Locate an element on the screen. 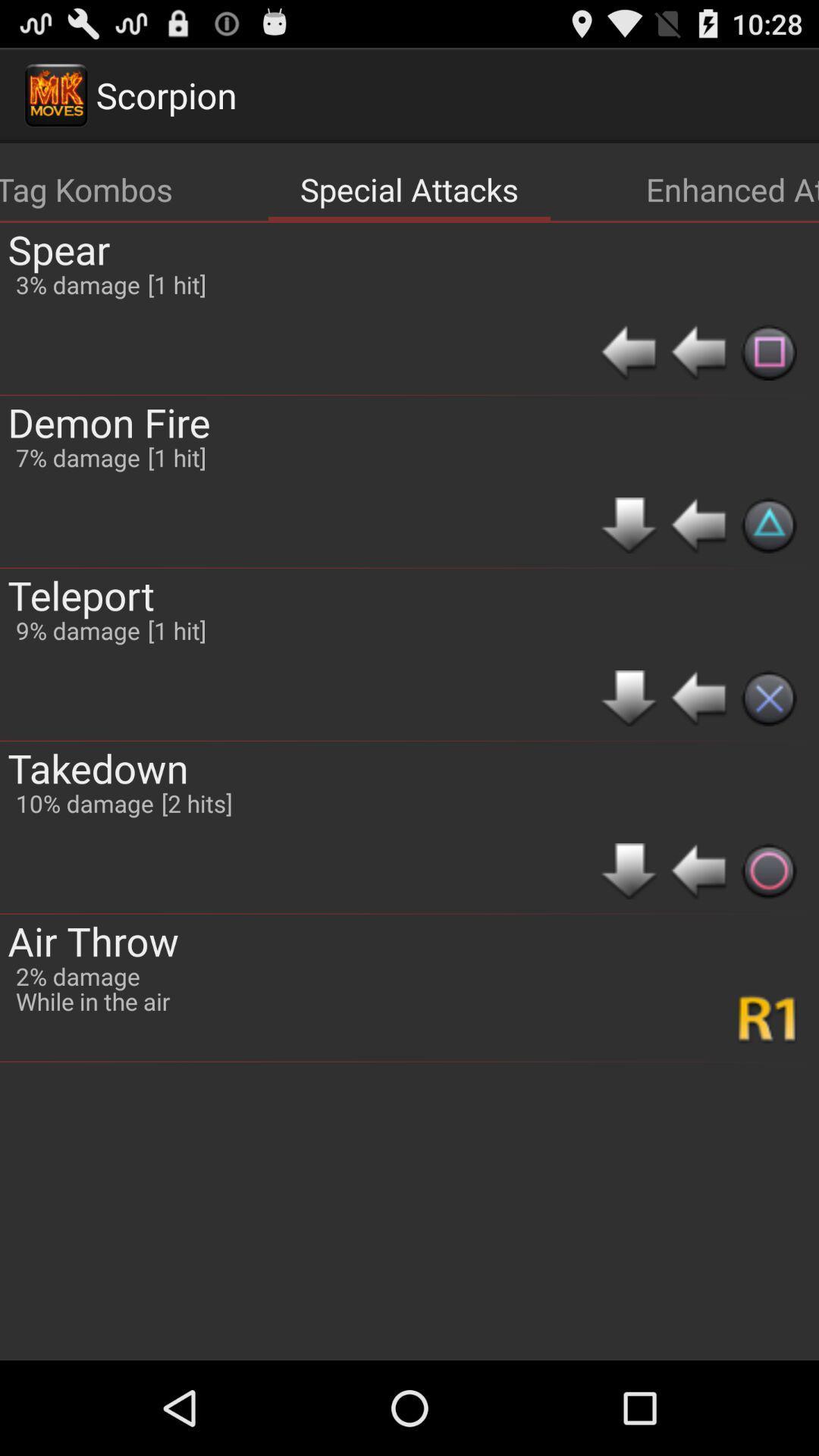 The height and width of the screenshot is (1456, 819). item to the left of special attacks item is located at coordinates (86, 188).